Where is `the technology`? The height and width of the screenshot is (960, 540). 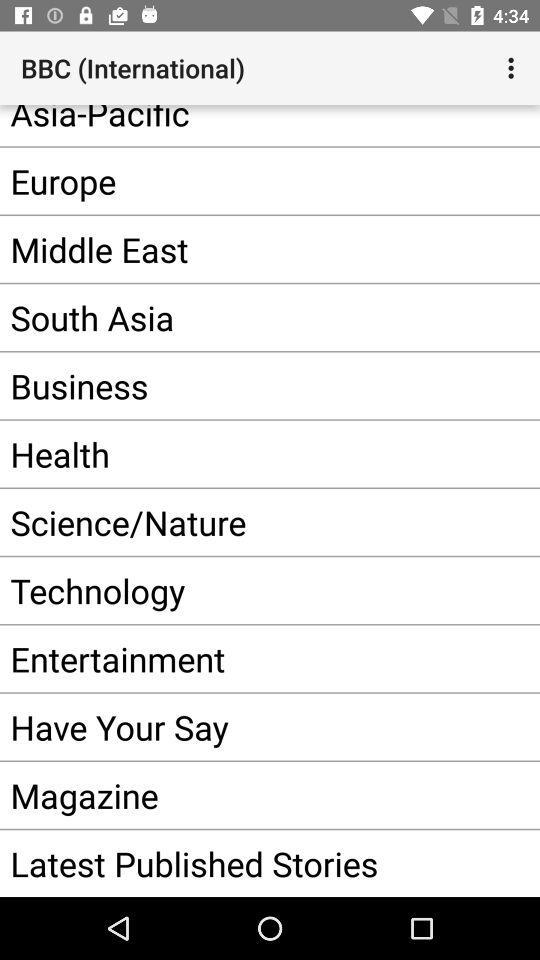
the technology is located at coordinates (249, 590).